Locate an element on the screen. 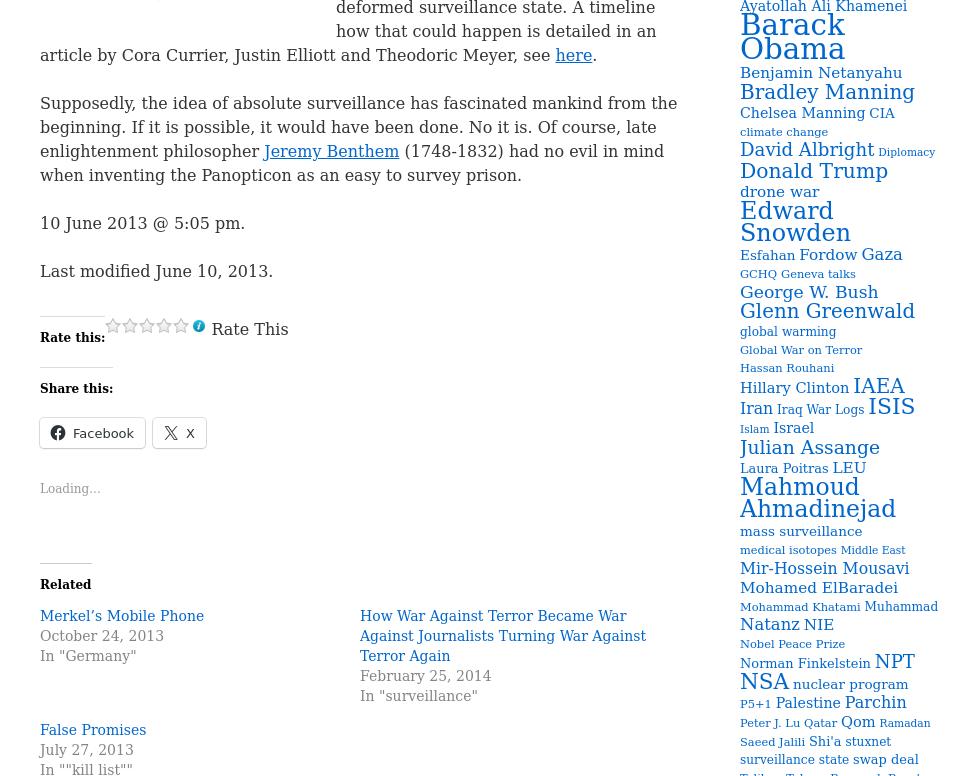 The height and width of the screenshot is (776, 980). 'Middle East' is located at coordinates (872, 549).